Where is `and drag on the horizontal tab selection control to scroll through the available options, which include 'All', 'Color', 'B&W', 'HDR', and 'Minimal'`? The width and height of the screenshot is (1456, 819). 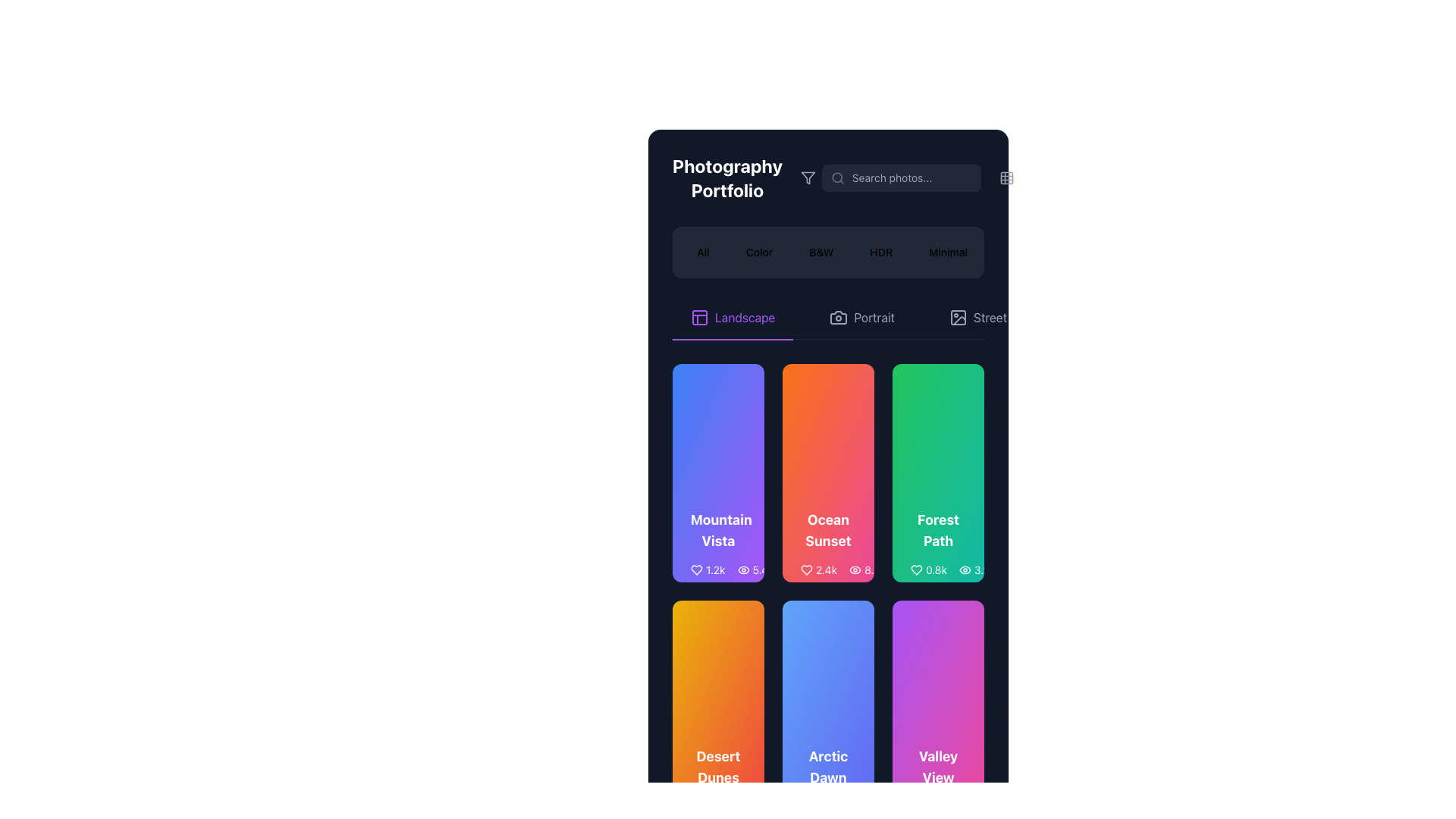
and drag on the horizontal tab selection control to scroll through the available options, which include 'All', 'Color', 'B&W', 'HDR', and 'Minimal' is located at coordinates (827, 251).